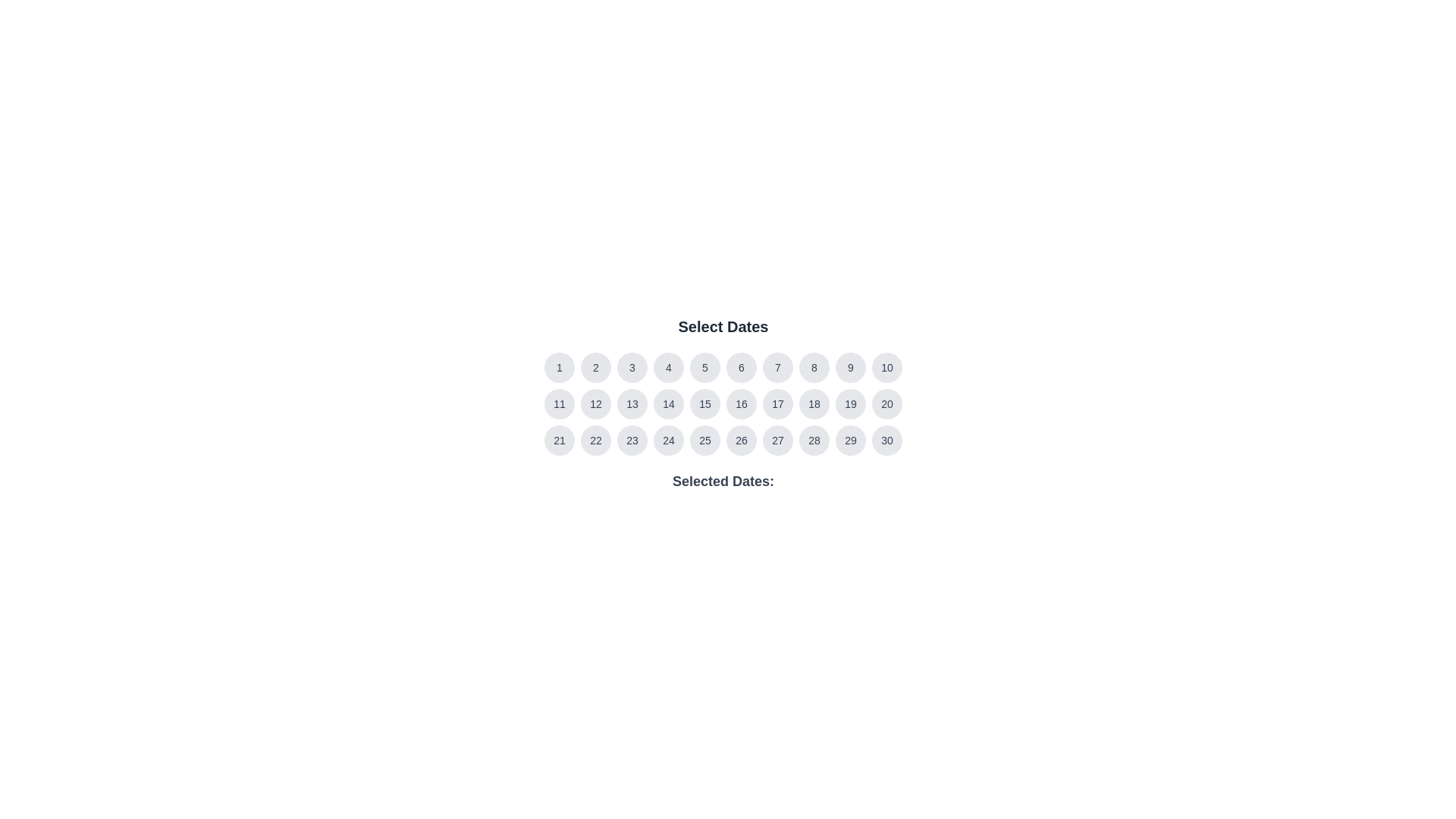 The image size is (1456, 819). Describe the element at coordinates (632, 441) in the screenshot. I see `the button representing the 23rd item in the date selection interface` at that location.